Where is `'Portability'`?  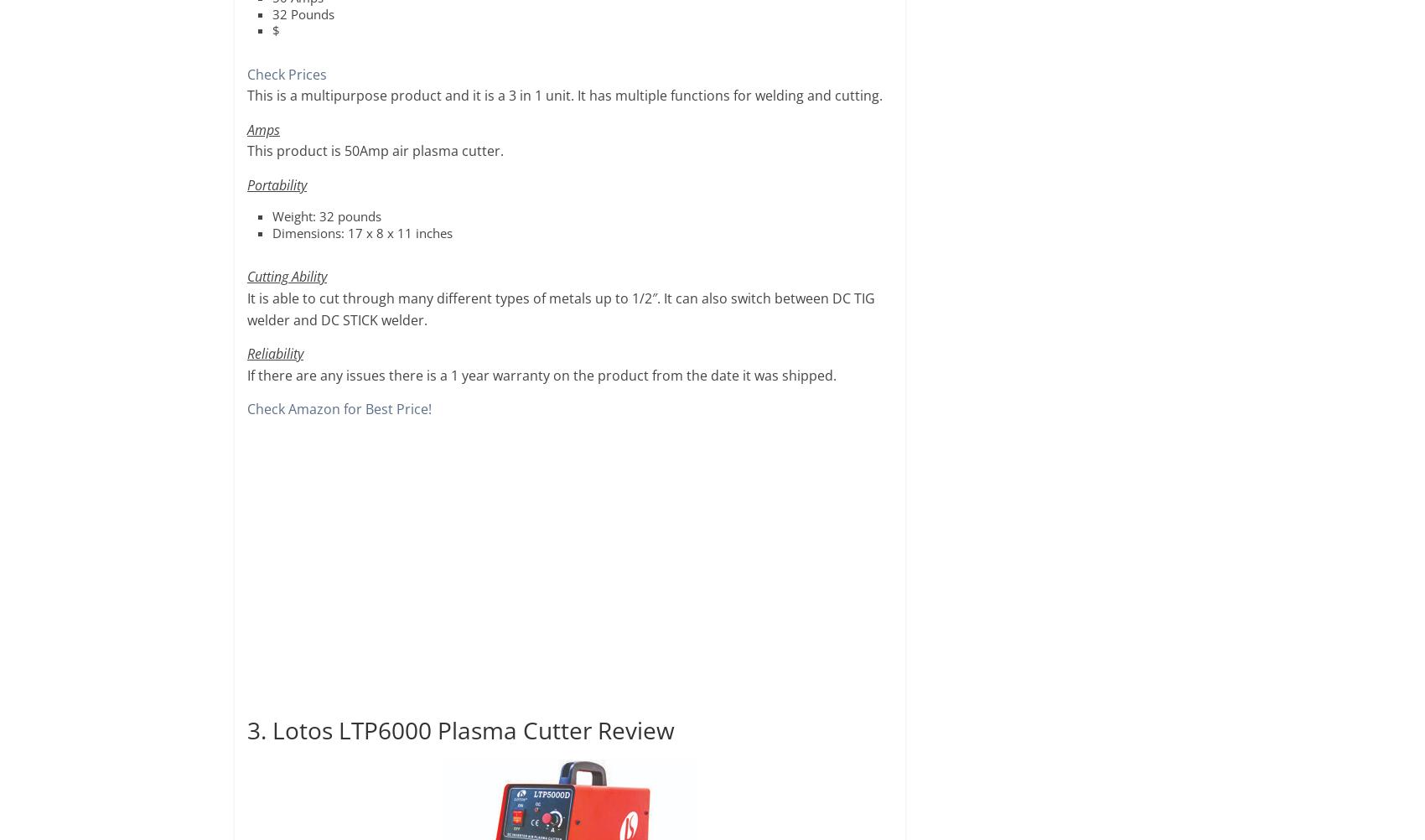
'Portability' is located at coordinates (276, 184).